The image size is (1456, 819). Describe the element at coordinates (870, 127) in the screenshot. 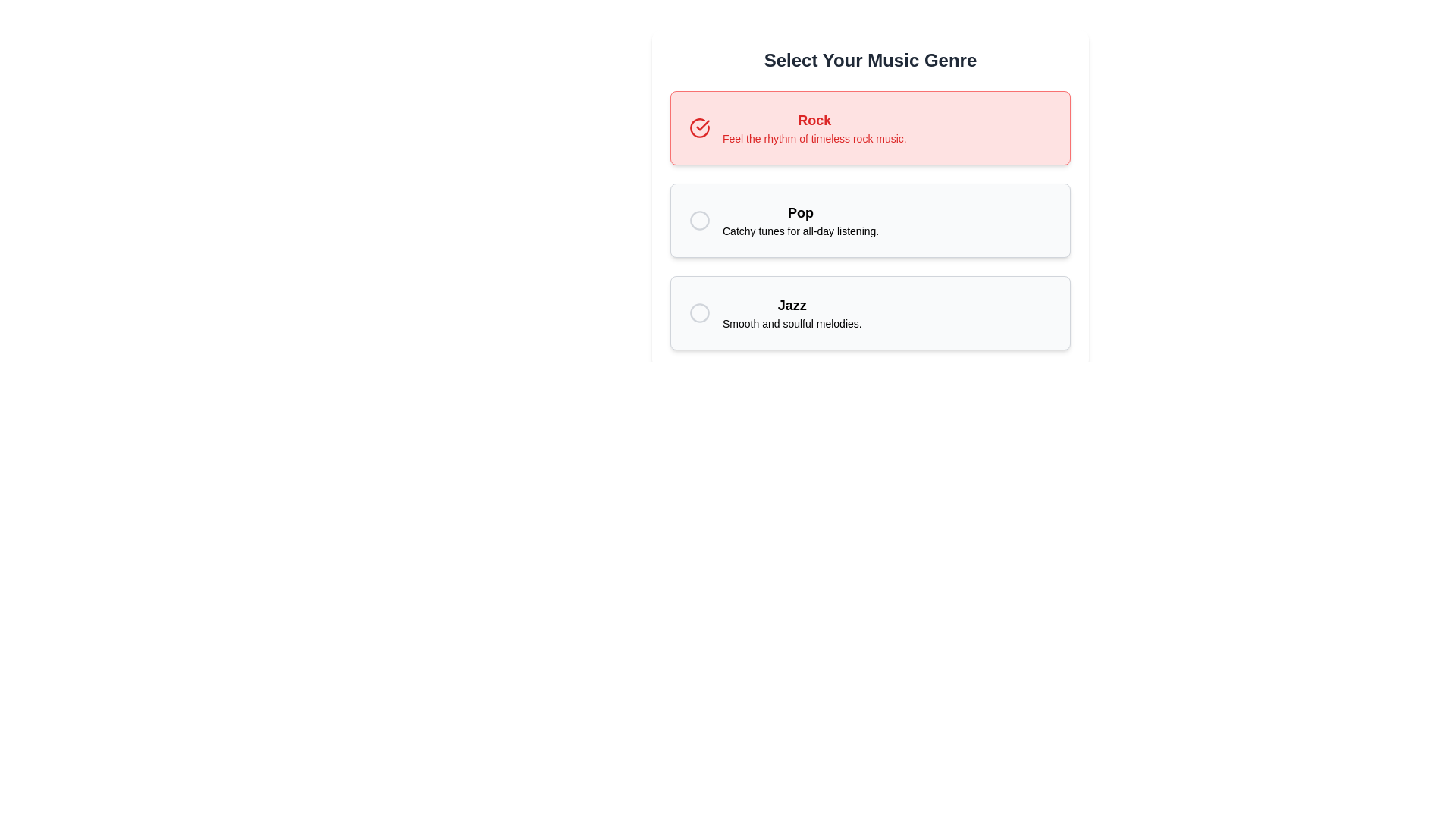

I see `the selectable option for 'Rock' music genre in the music genre selection panel, which is the first option in a vertical list` at that location.